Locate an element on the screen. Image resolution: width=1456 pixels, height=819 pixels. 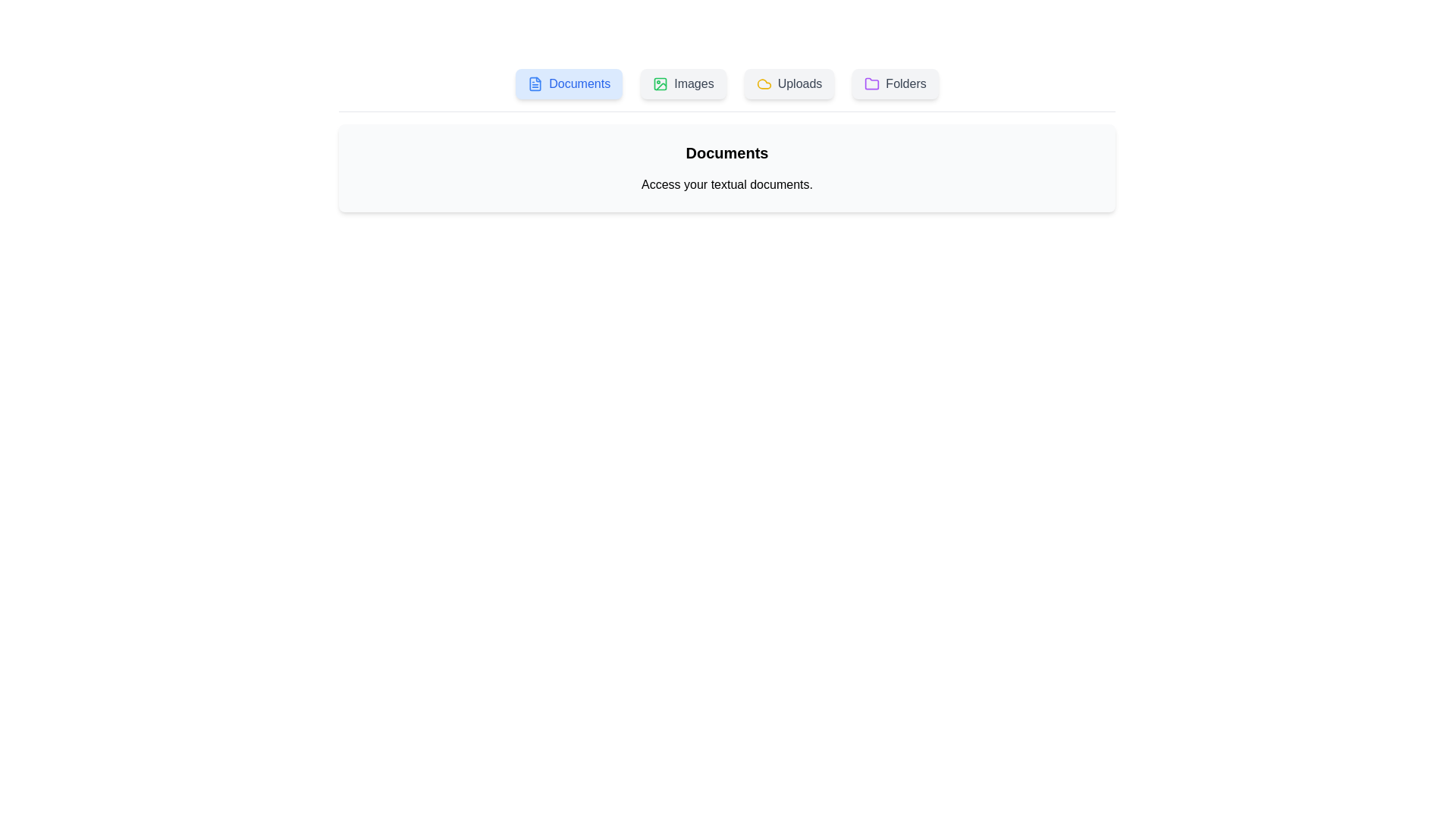
the 'Folders' tab to view its content is located at coordinates (895, 84).